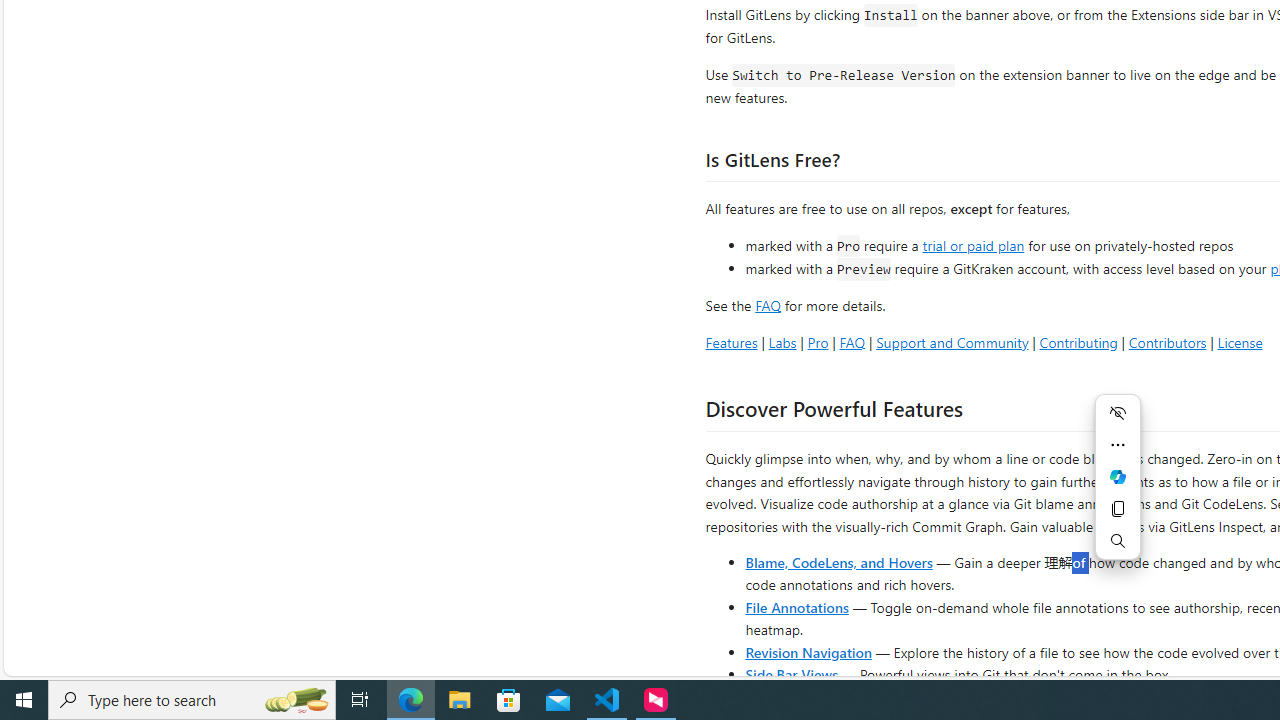 The height and width of the screenshot is (720, 1280). Describe the element at coordinates (817, 341) in the screenshot. I see `'Pro'` at that location.